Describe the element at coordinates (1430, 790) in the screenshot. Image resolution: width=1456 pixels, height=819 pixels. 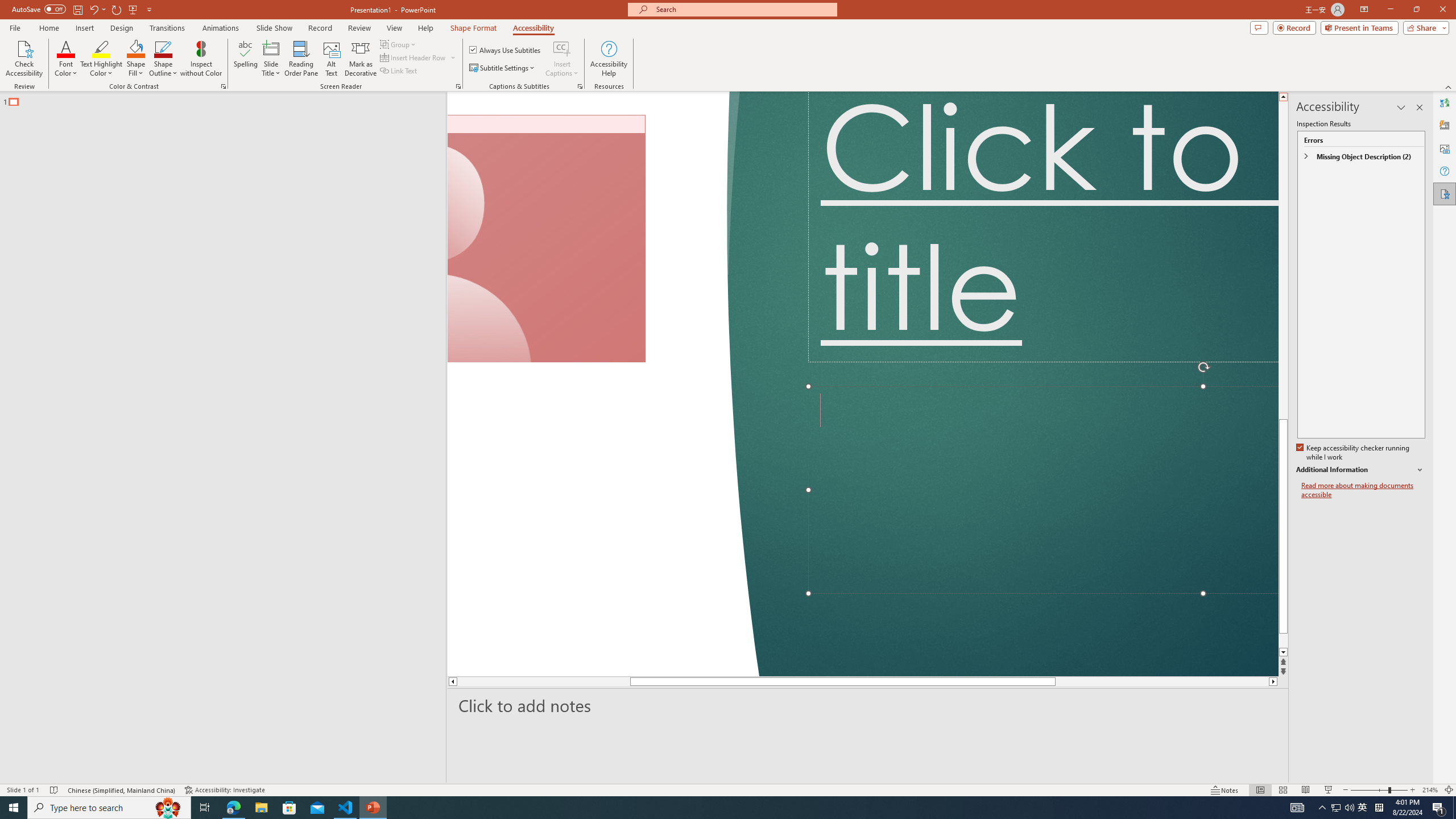
I see `'Zoom 214%'` at that location.